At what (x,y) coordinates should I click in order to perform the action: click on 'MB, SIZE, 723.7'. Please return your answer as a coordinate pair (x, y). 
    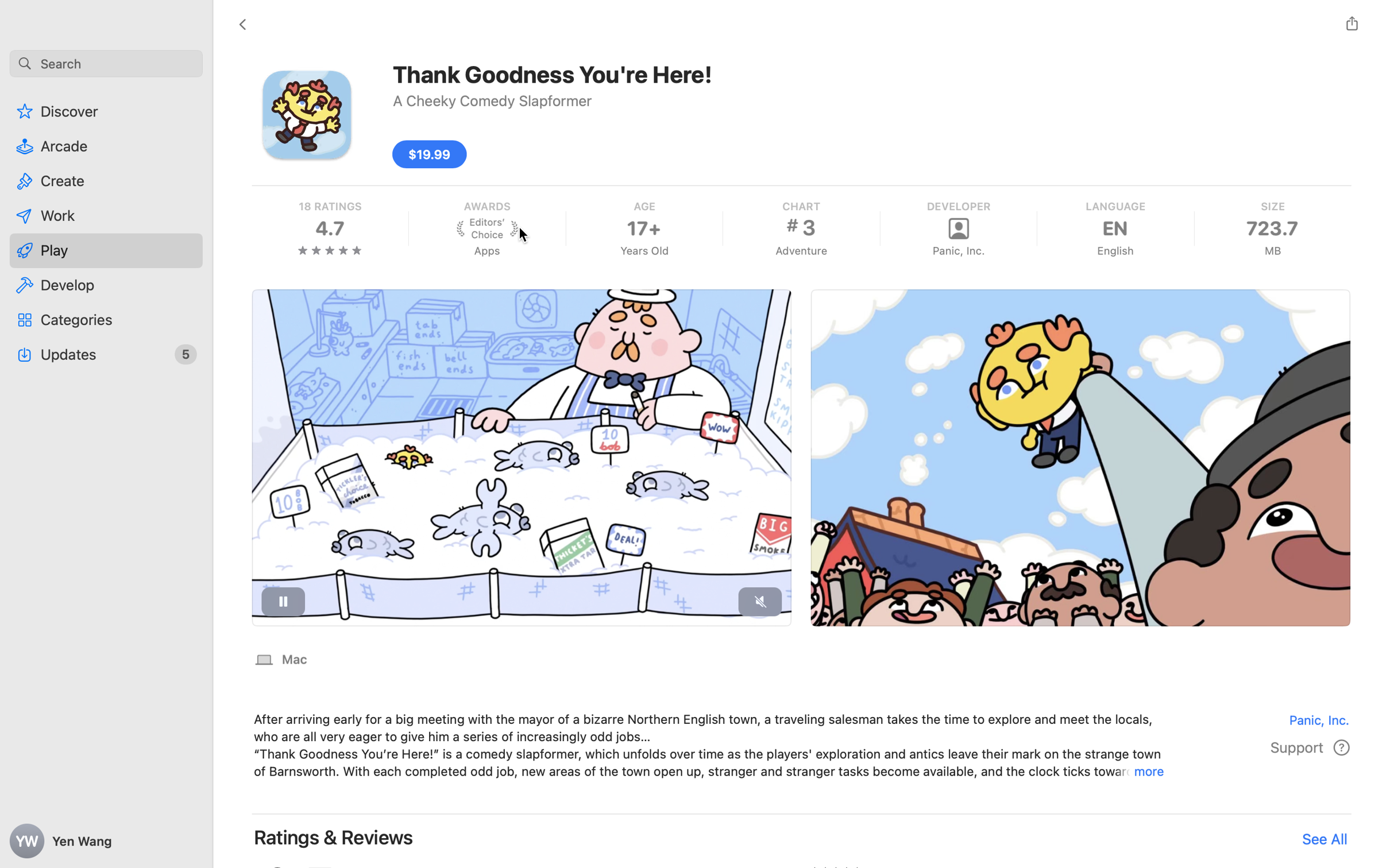
    Looking at the image, I should click on (1272, 227).